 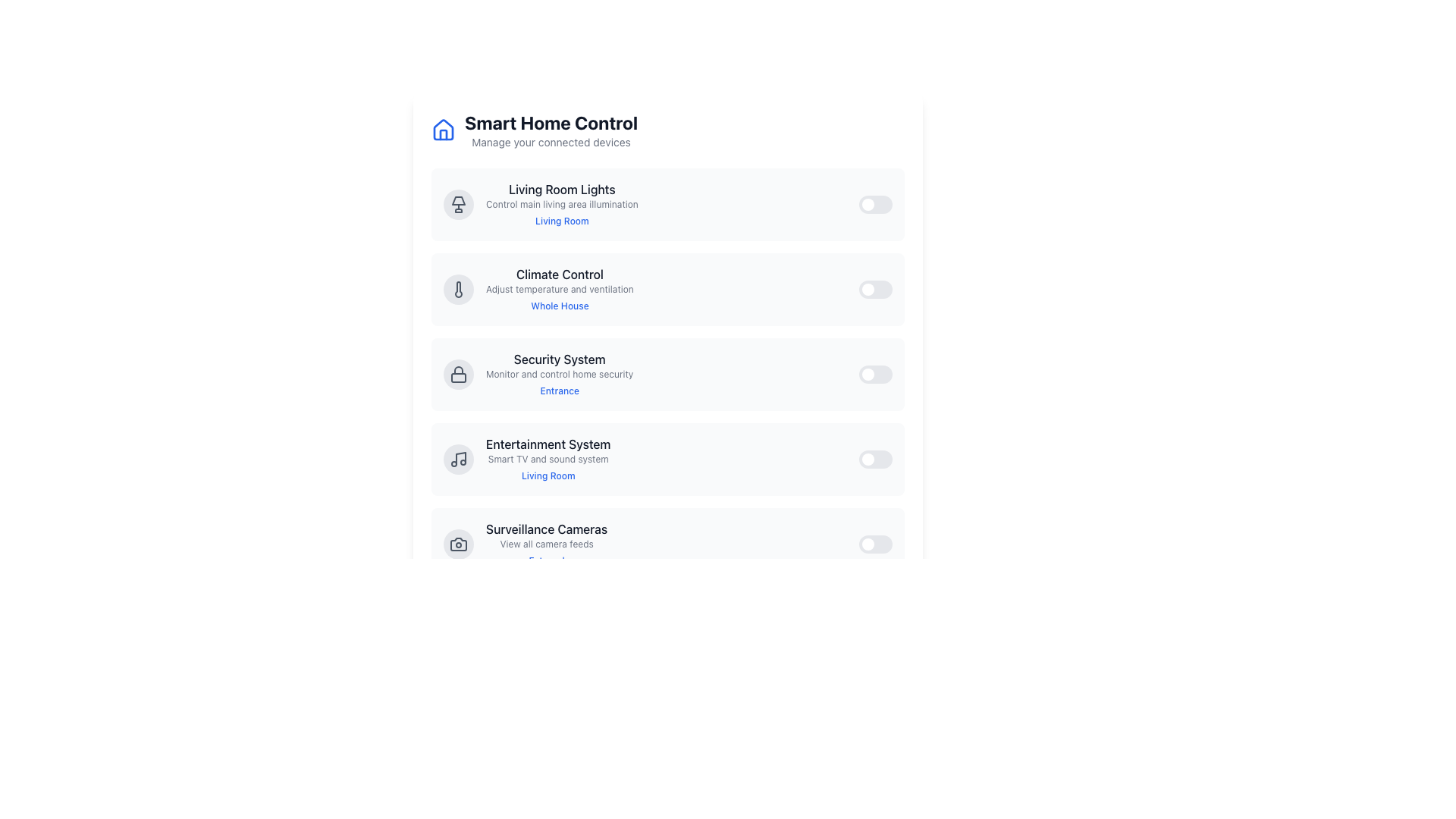 I want to click on the toggle switch located to the far right within the row labeled 'Security System', so click(x=876, y=374).